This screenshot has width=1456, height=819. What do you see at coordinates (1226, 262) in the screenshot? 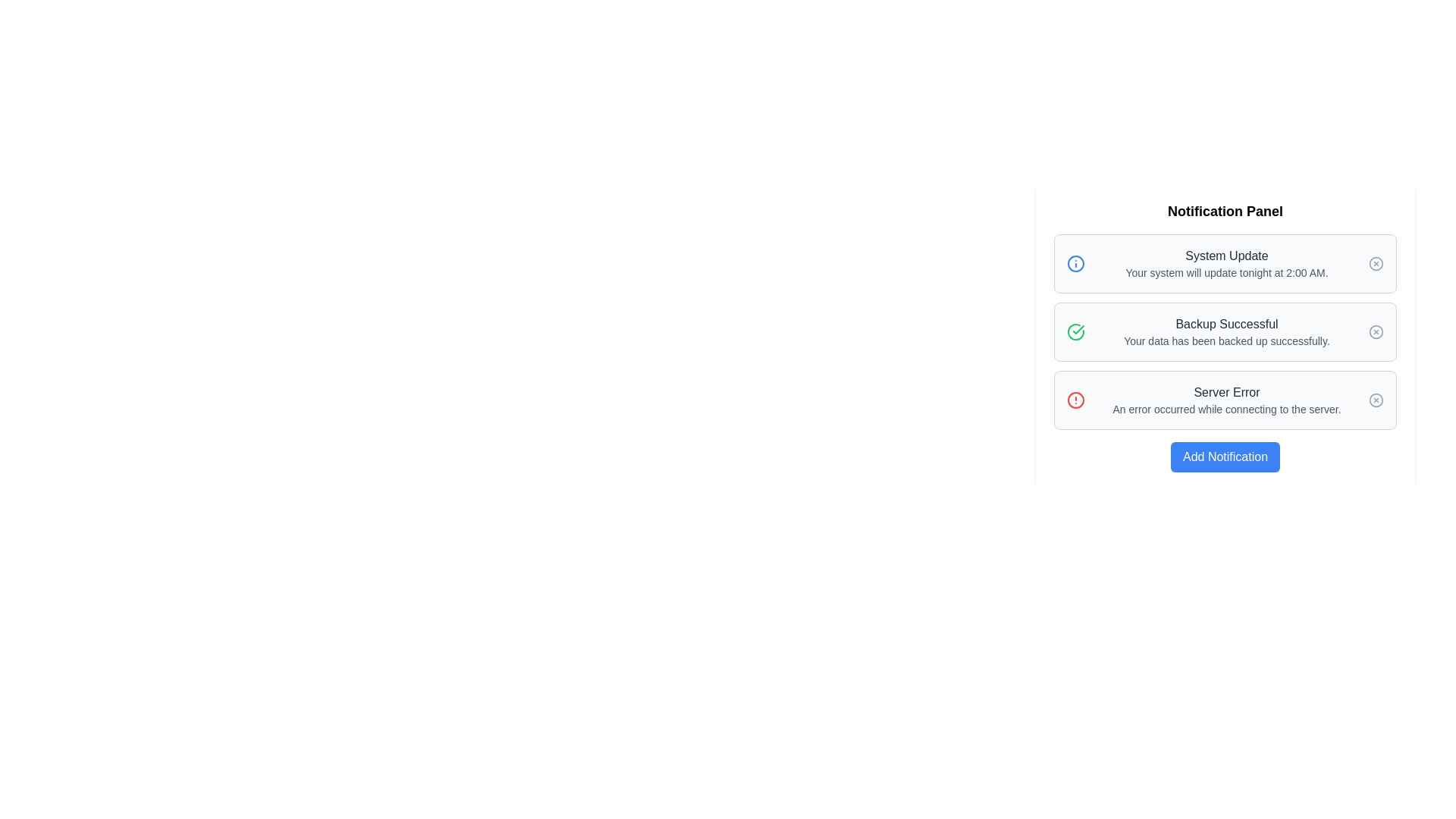
I see `text displayed in the 'System Update' notification, which shows 'System Update' in bold and 'Your system will update tonight at 2:00 AM.' in smaller text` at bounding box center [1226, 262].